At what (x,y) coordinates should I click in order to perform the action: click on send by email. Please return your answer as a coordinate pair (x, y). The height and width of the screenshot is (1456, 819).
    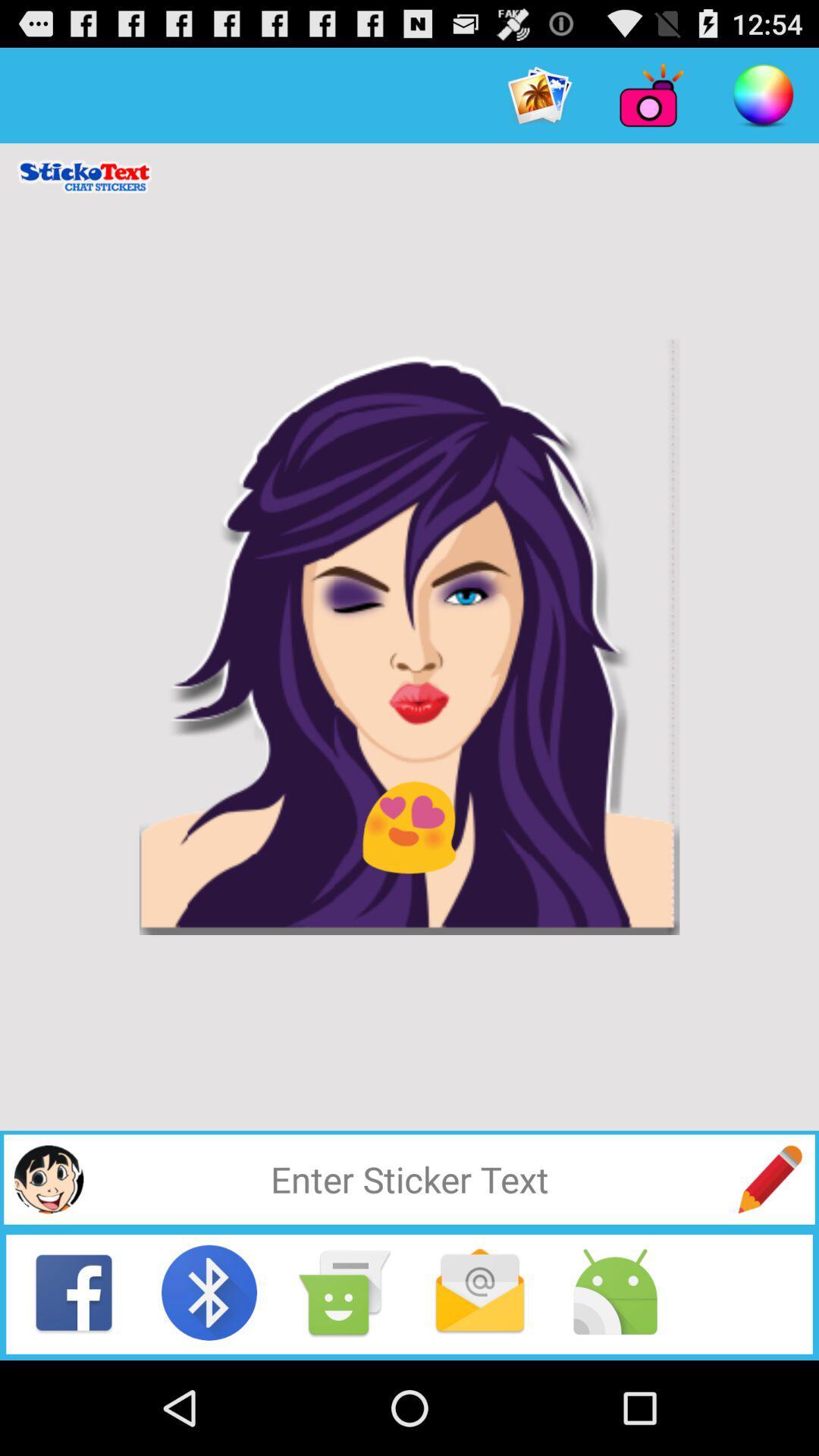
    Looking at the image, I should click on (479, 1291).